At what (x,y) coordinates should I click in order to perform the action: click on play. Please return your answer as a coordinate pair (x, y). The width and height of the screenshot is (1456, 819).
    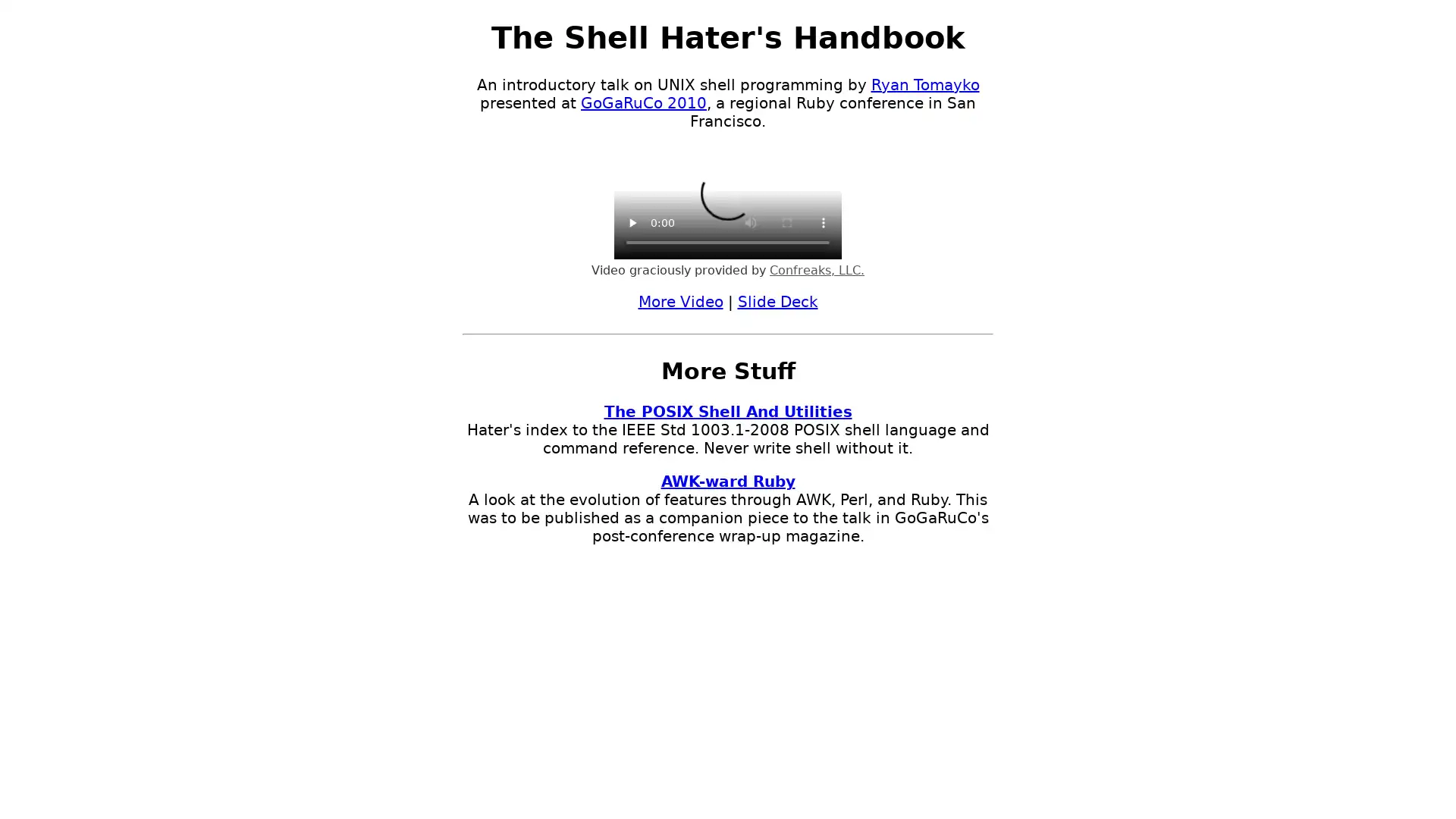
    Looking at the image, I should click on (632, 222).